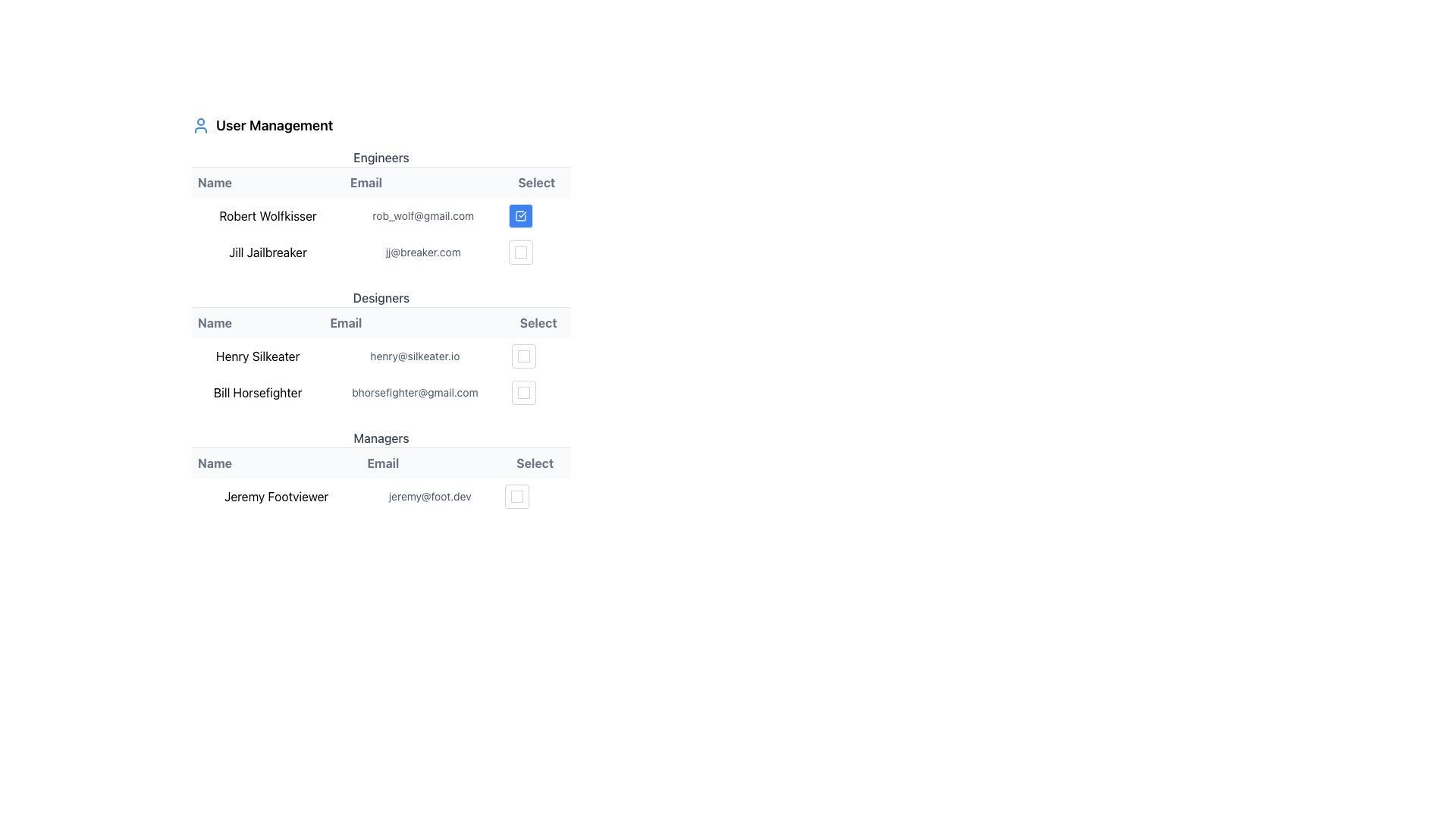 Image resolution: width=1456 pixels, height=819 pixels. Describe the element at coordinates (520, 251) in the screenshot. I see `the small square button in the 'Select' column next to user 'Jill Jailbreaker' in the 'Engineers' table` at that location.